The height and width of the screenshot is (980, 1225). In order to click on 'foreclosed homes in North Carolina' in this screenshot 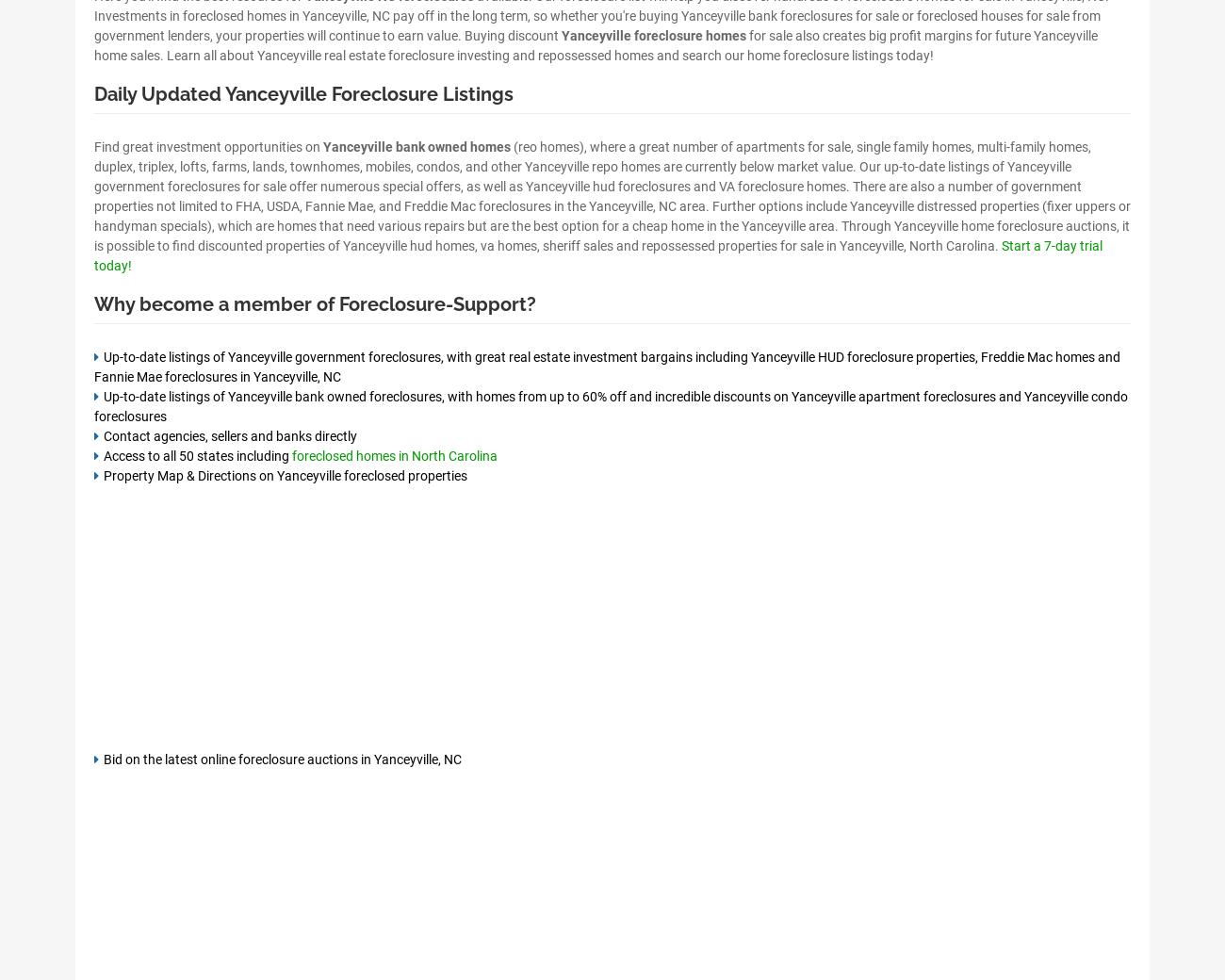, I will do `click(394, 454)`.